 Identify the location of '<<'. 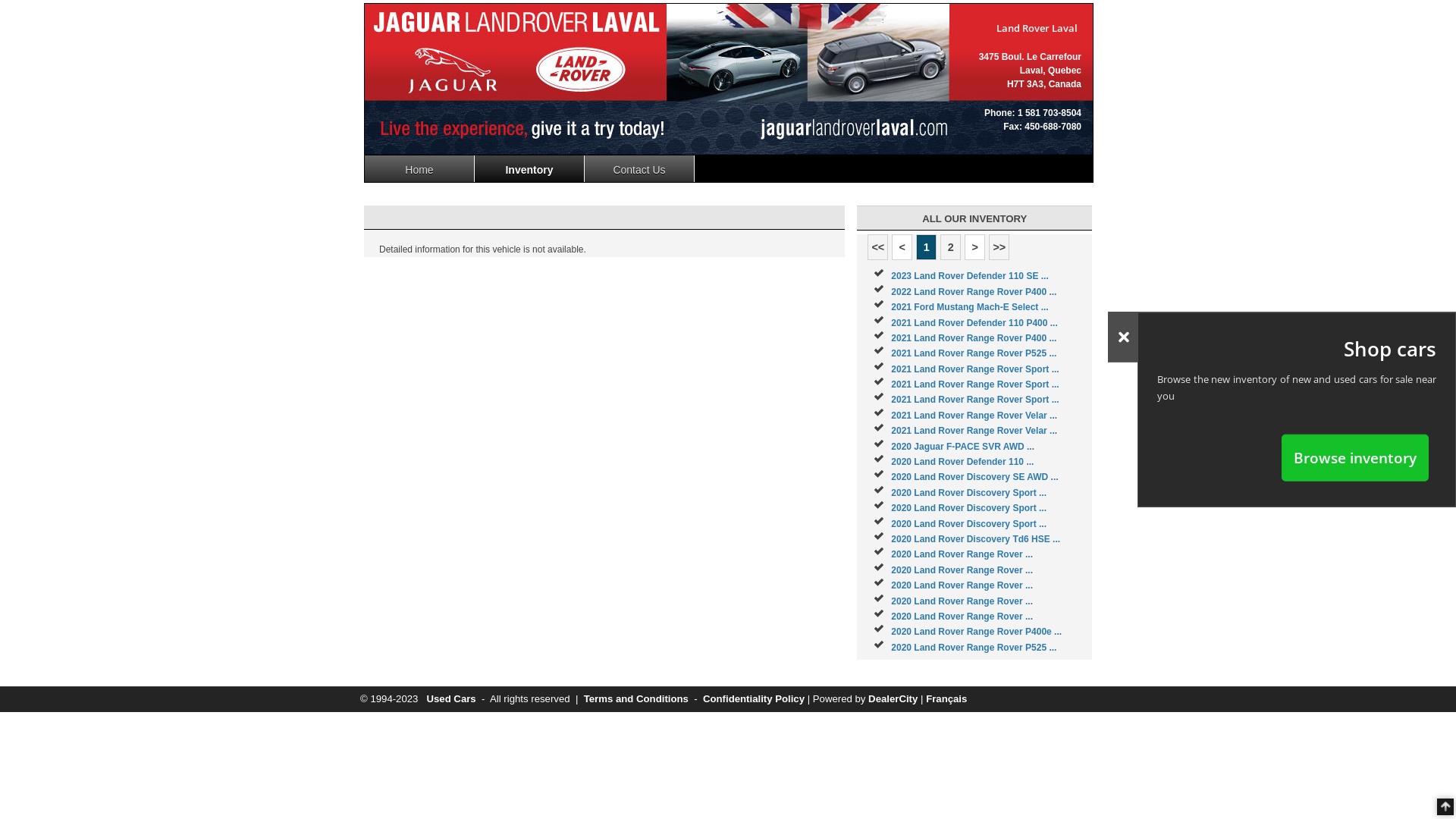
(877, 246).